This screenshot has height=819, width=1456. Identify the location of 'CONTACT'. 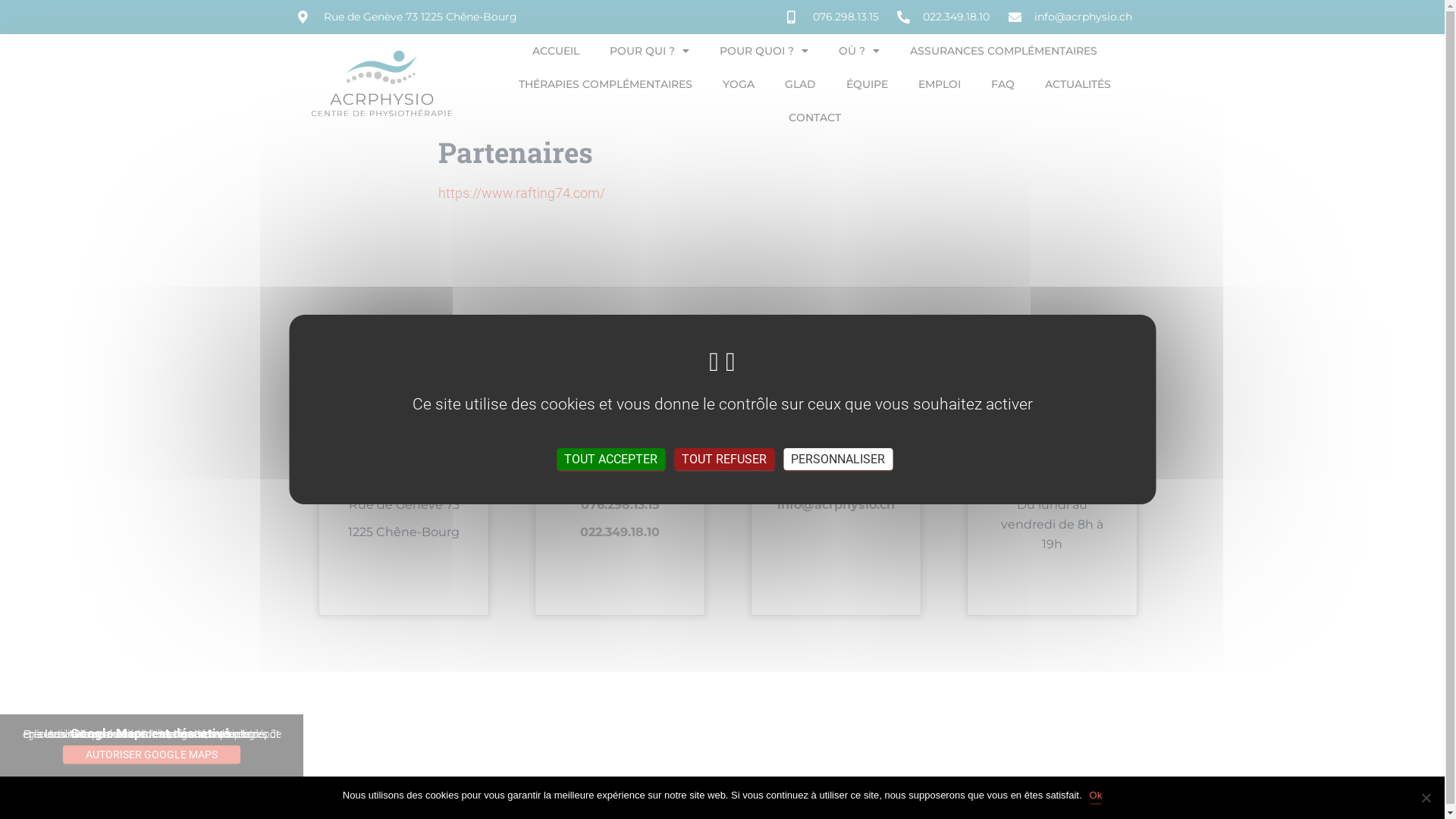
(814, 116).